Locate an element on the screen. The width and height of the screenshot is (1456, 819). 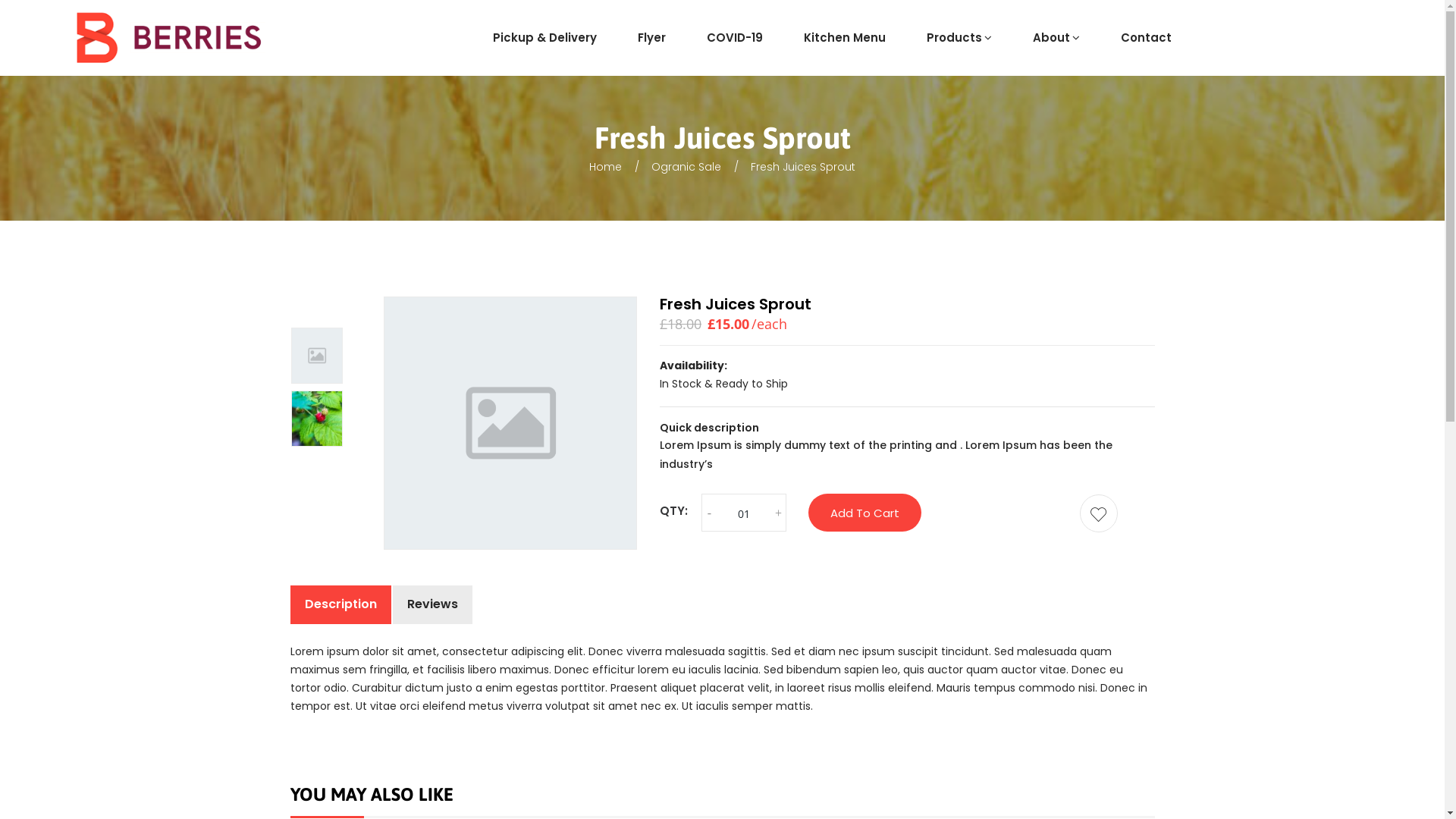
'Ogranic Sale' is located at coordinates (686, 166).